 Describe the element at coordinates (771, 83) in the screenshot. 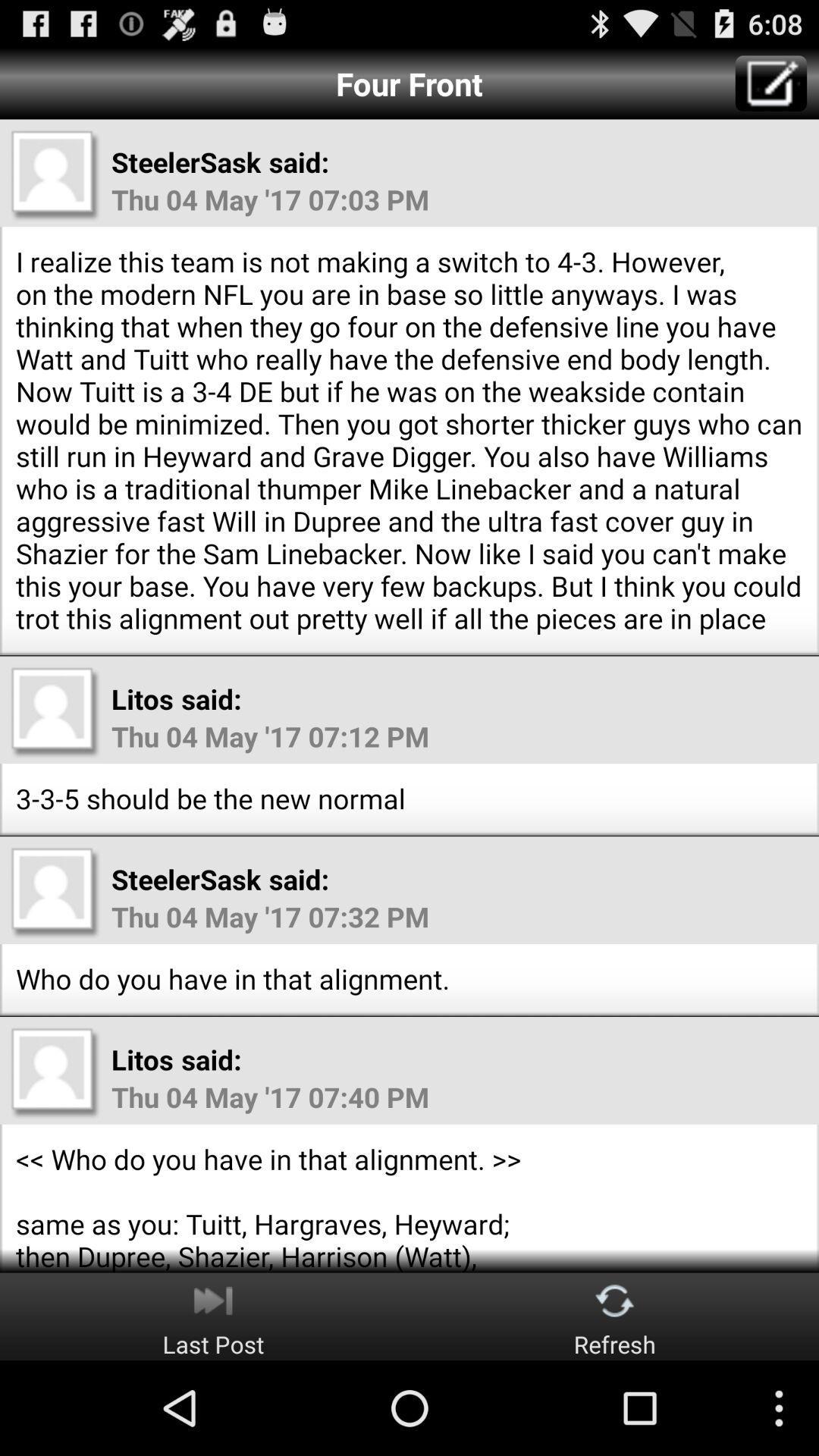

I see `write message` at that location.